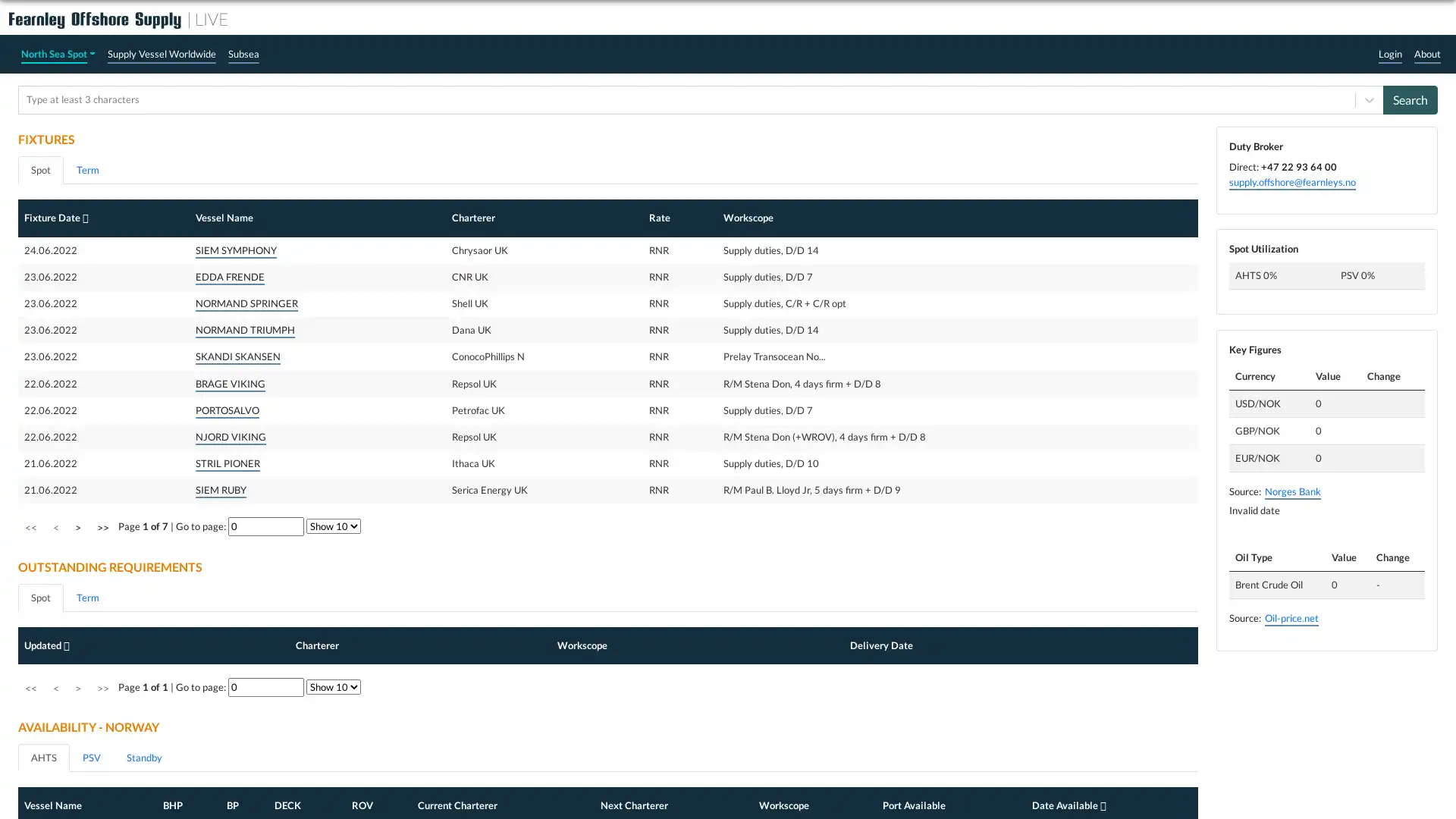  I want to click on North Sea Spot, so click(58, 53).